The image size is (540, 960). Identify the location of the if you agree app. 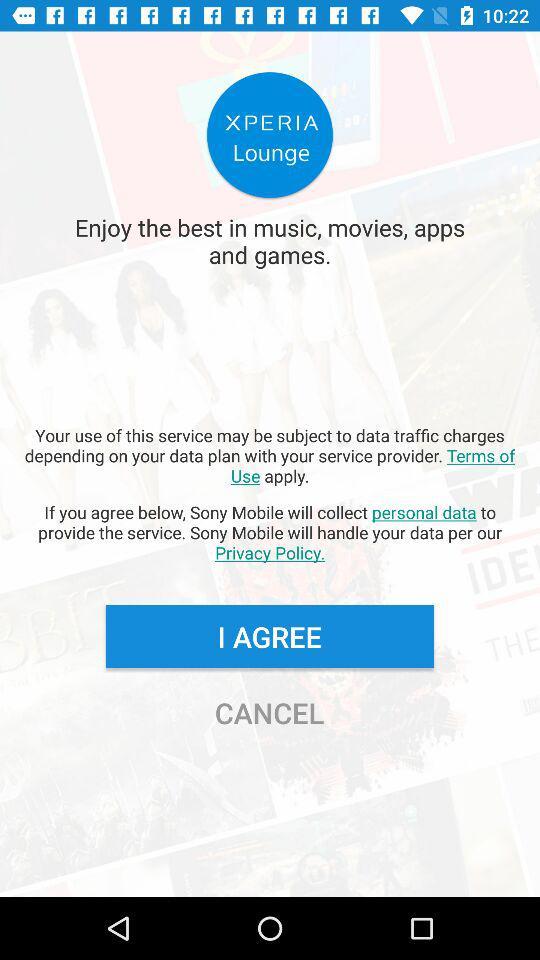
(270, 531).